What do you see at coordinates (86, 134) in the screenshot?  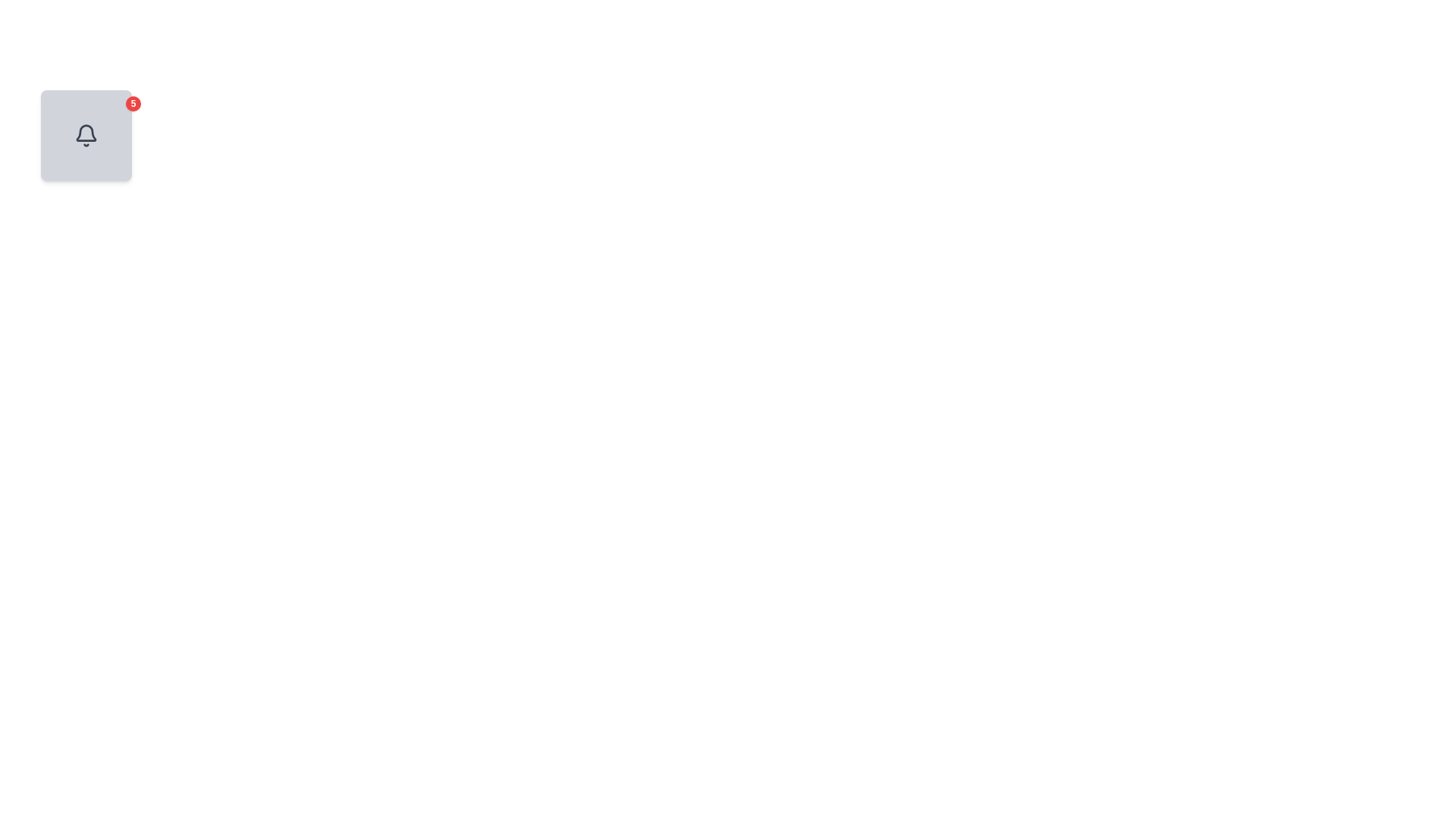 I see `the bell-shaped icon button with a dark gray outline, located within a lighter gray rounded square background` at bounding box center [86, 134].